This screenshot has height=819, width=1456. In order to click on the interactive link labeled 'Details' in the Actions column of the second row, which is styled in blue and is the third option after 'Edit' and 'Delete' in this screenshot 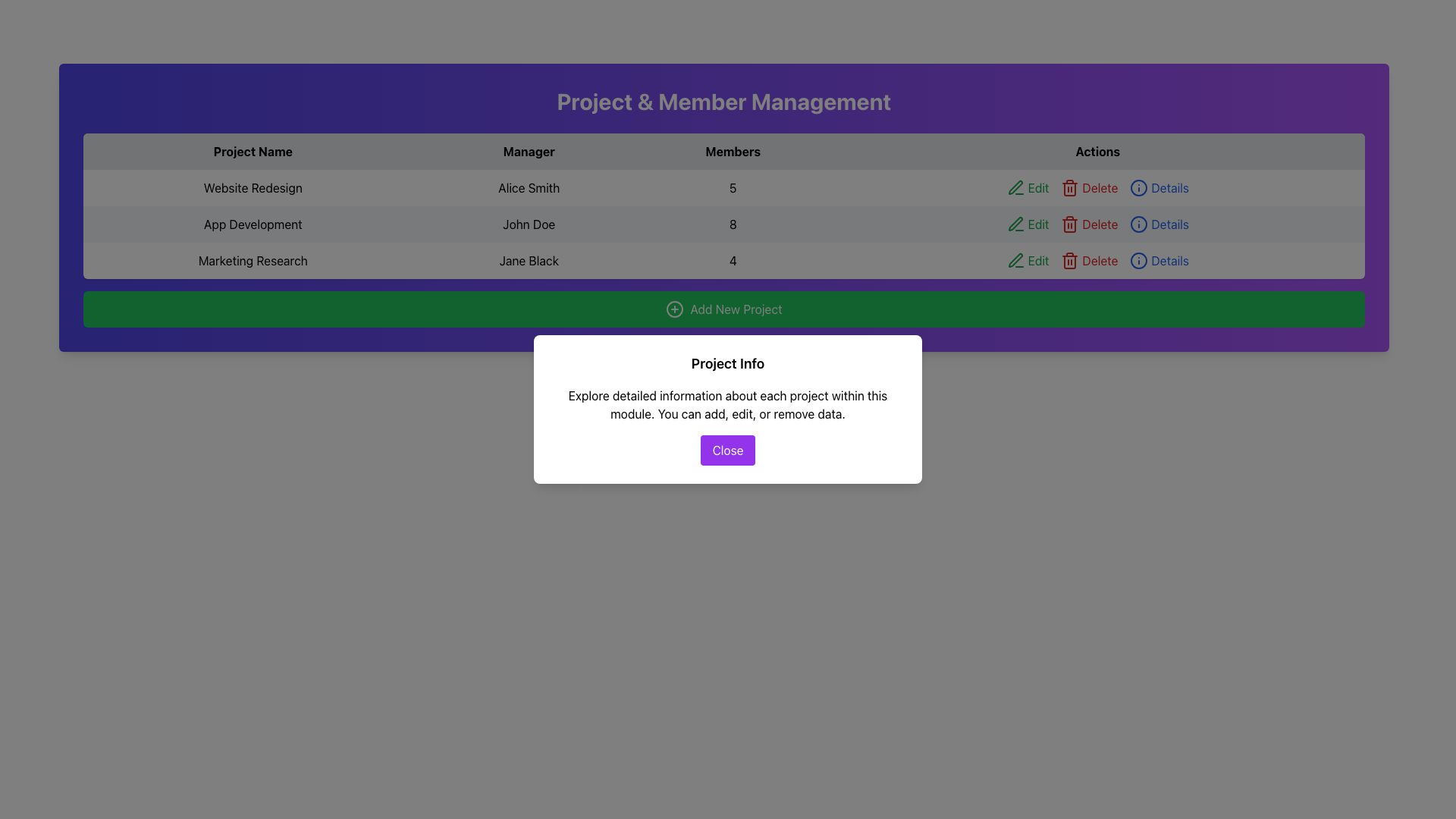, I will do `click(1159, 224)`.